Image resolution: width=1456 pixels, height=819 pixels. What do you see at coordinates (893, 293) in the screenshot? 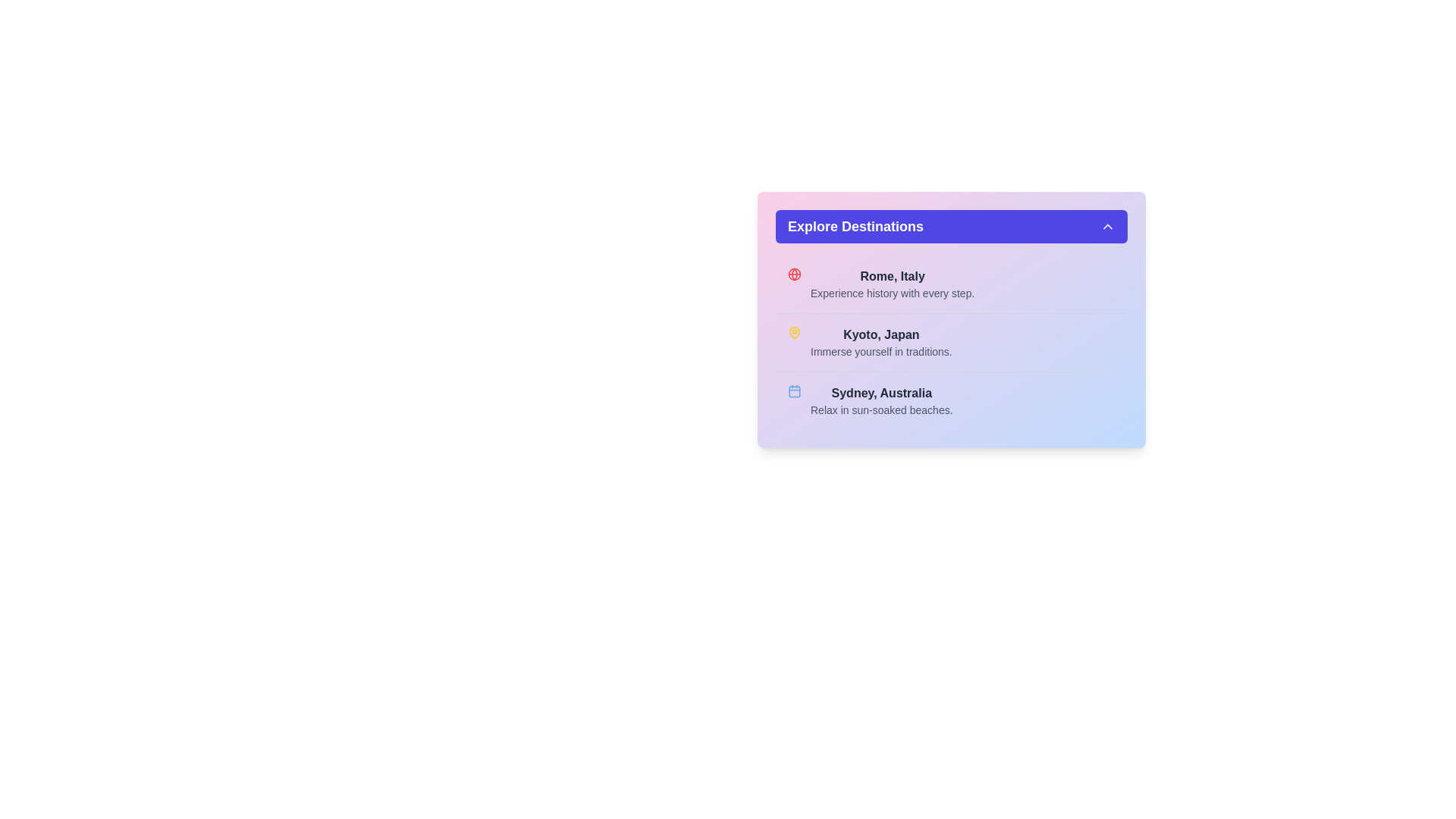
I see `the text caption 'Experience history with every step.' which is positioned beneath the headline 'Rome, Italy' within the 'Explore Destinations' section` at bounding box center [893, 293].